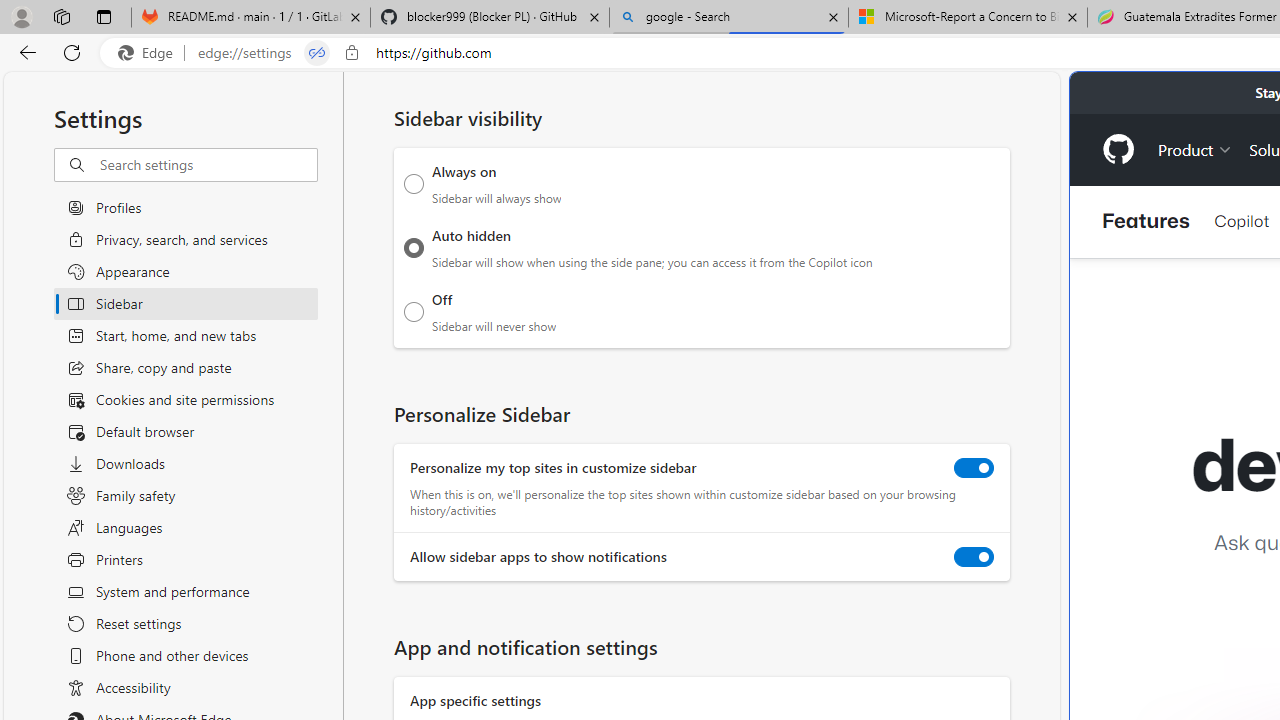 This screenshot has height=720, width=1280. What do you see at coordinates (1195, 148) in the screenshot?
I see `'Product'` at bounding box center [1195, 148].